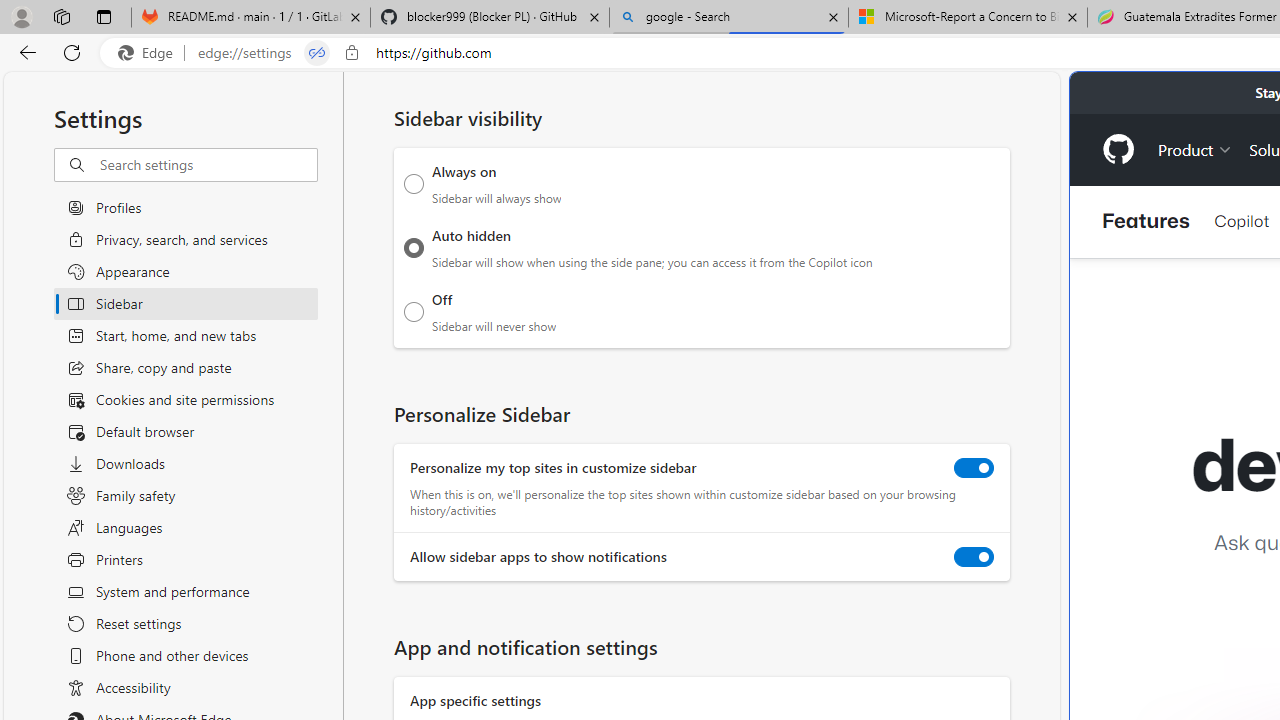 This screenshot has height=720, width=1280. What do you see at coordinates (1195, 148) in the screenshot?
I see `'Product'` at bounding box center [1195, 148].